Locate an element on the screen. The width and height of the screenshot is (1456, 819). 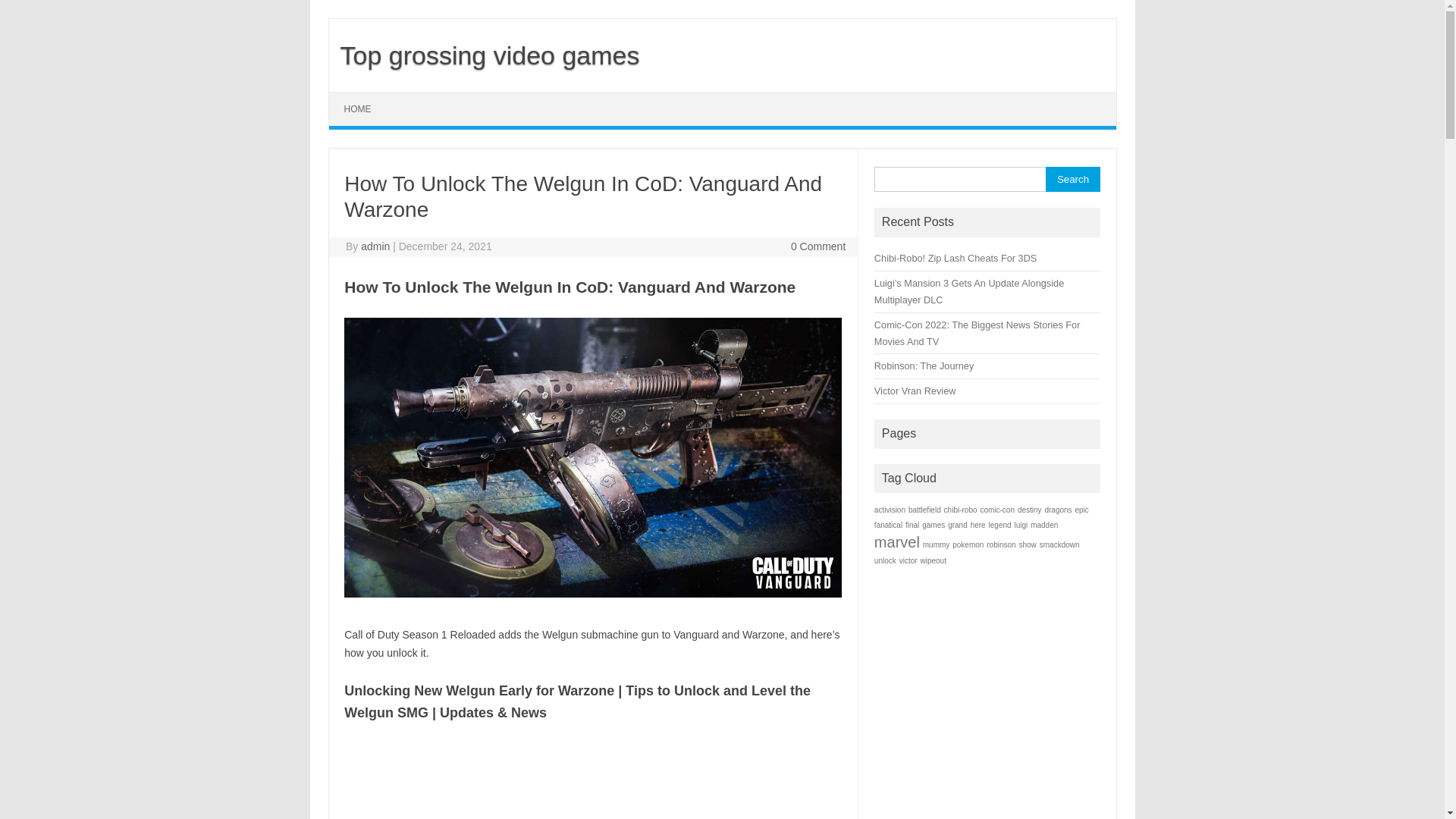
'fanatical' is located at coordinates (888, 524).